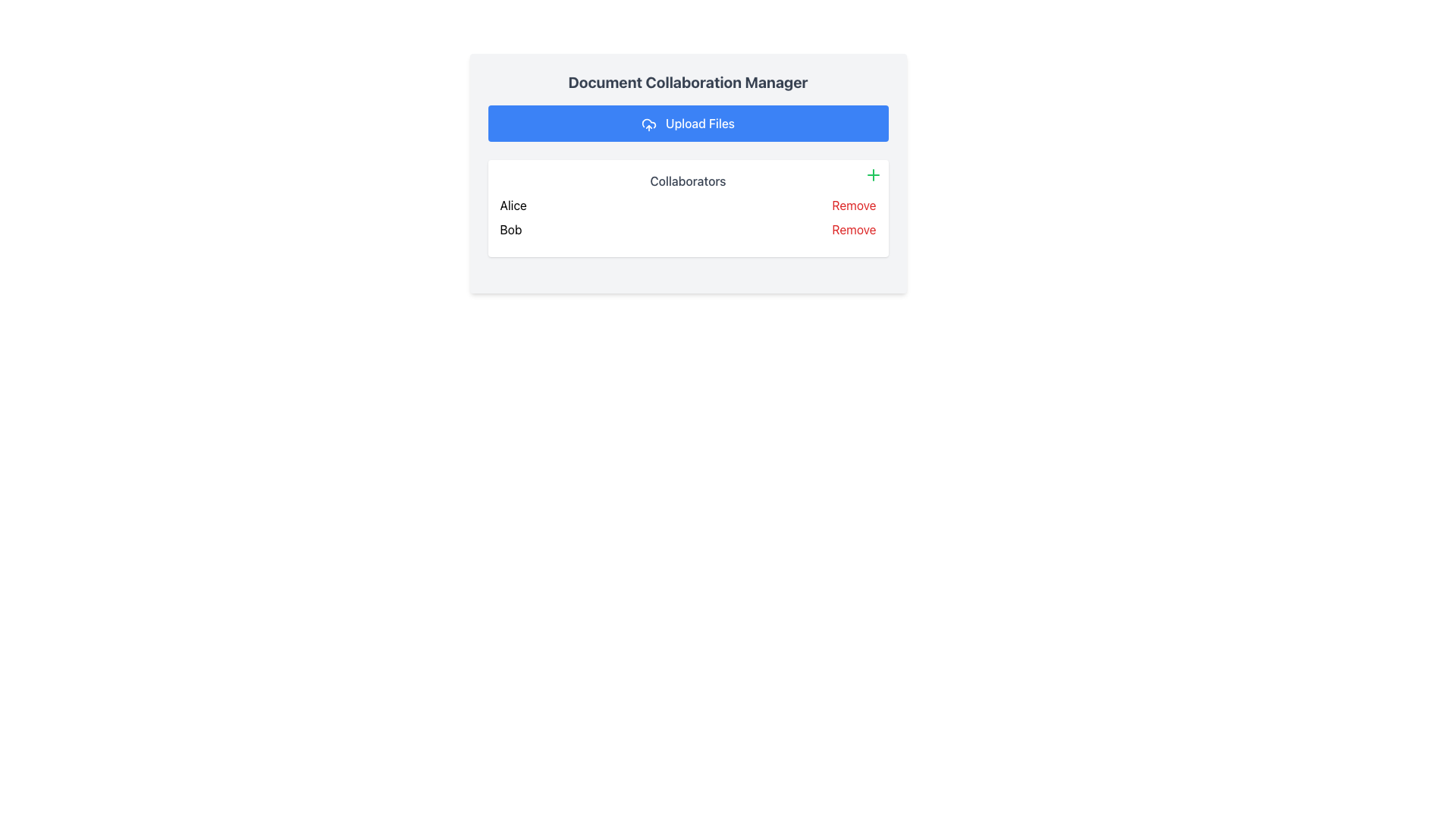 Image resolution: width=1456 pixels, height=819 pixels. What do you see at coordinates (687, 122) in the screenshot?
I see `the 'Upload Files' button with a blue background and white text, which includes a cloud icon` at bounding box center [687, 122].